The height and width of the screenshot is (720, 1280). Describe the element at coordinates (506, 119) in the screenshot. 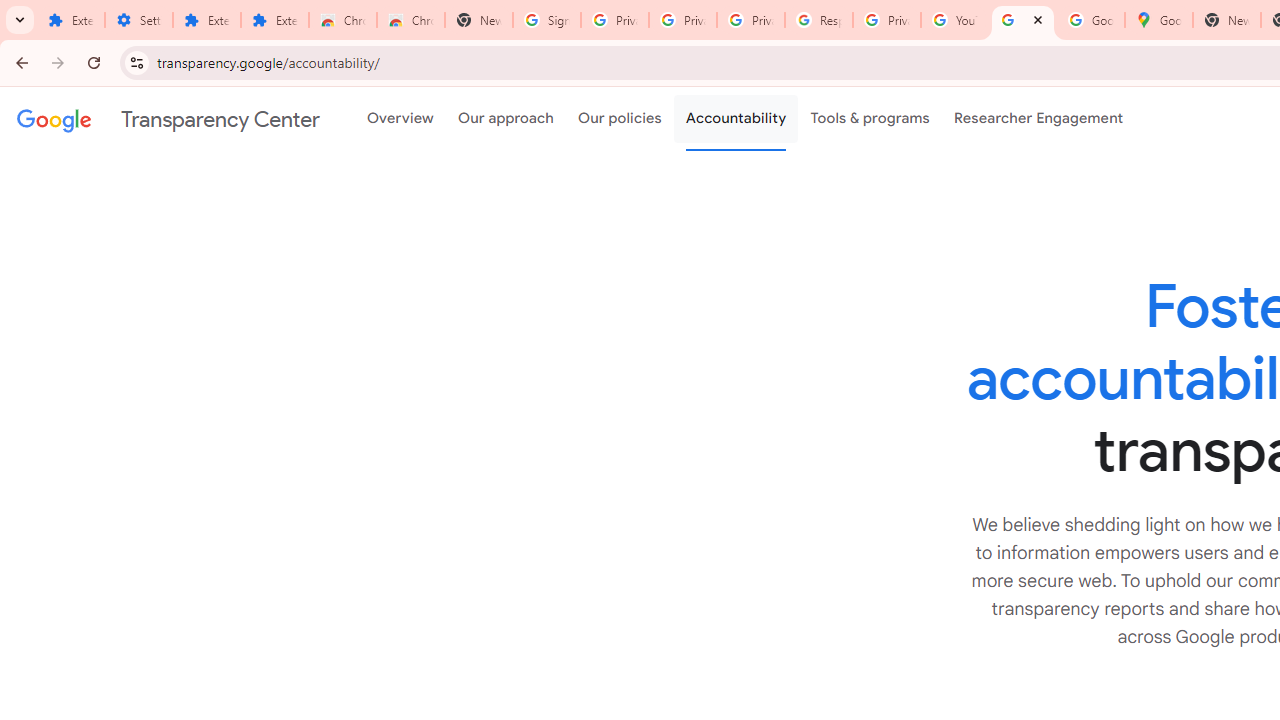

I see `'Our approach'` at that location.